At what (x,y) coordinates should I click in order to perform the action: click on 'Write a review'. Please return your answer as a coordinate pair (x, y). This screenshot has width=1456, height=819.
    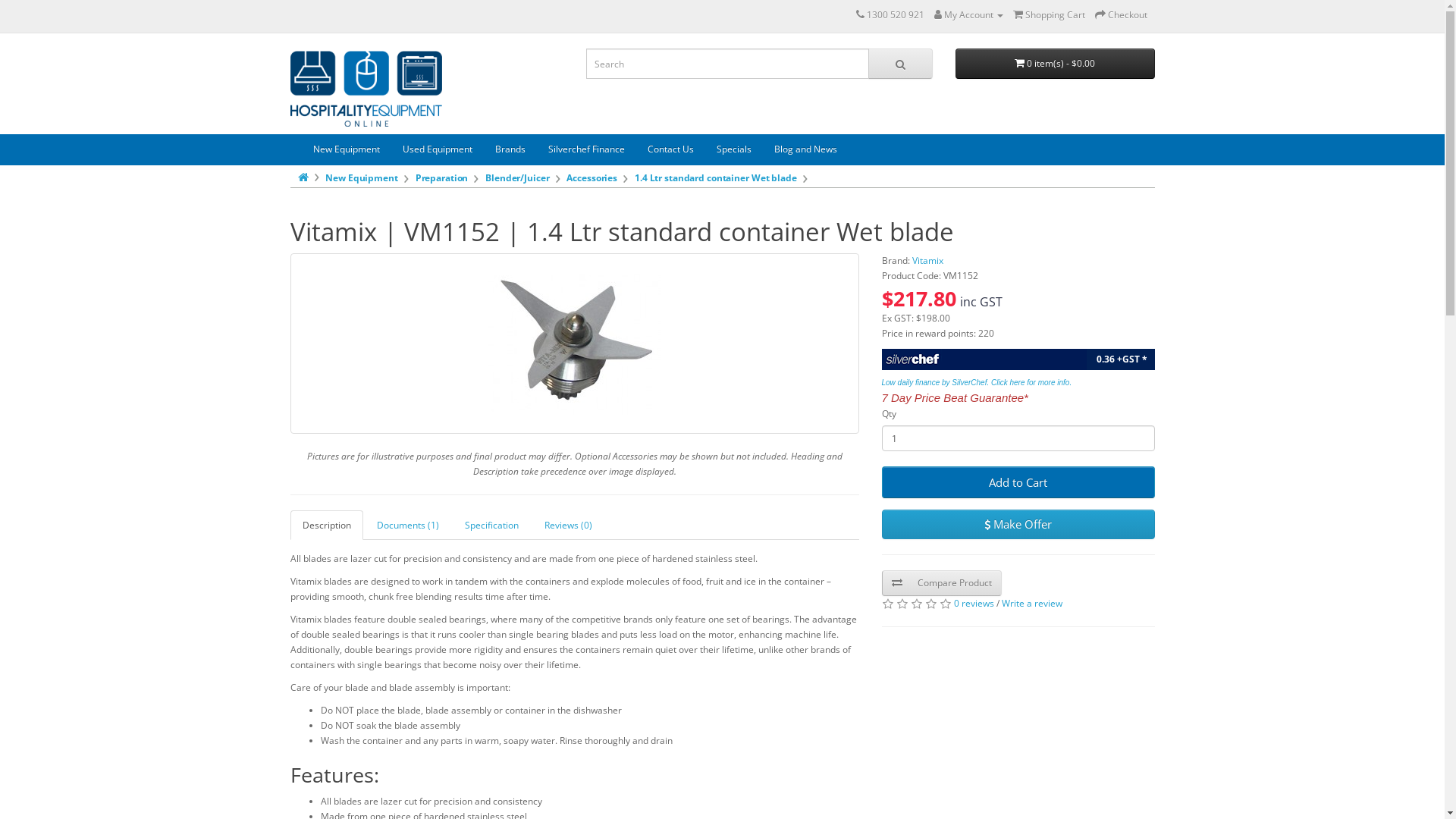
    Looking at the image, I should click on (1031, 602).